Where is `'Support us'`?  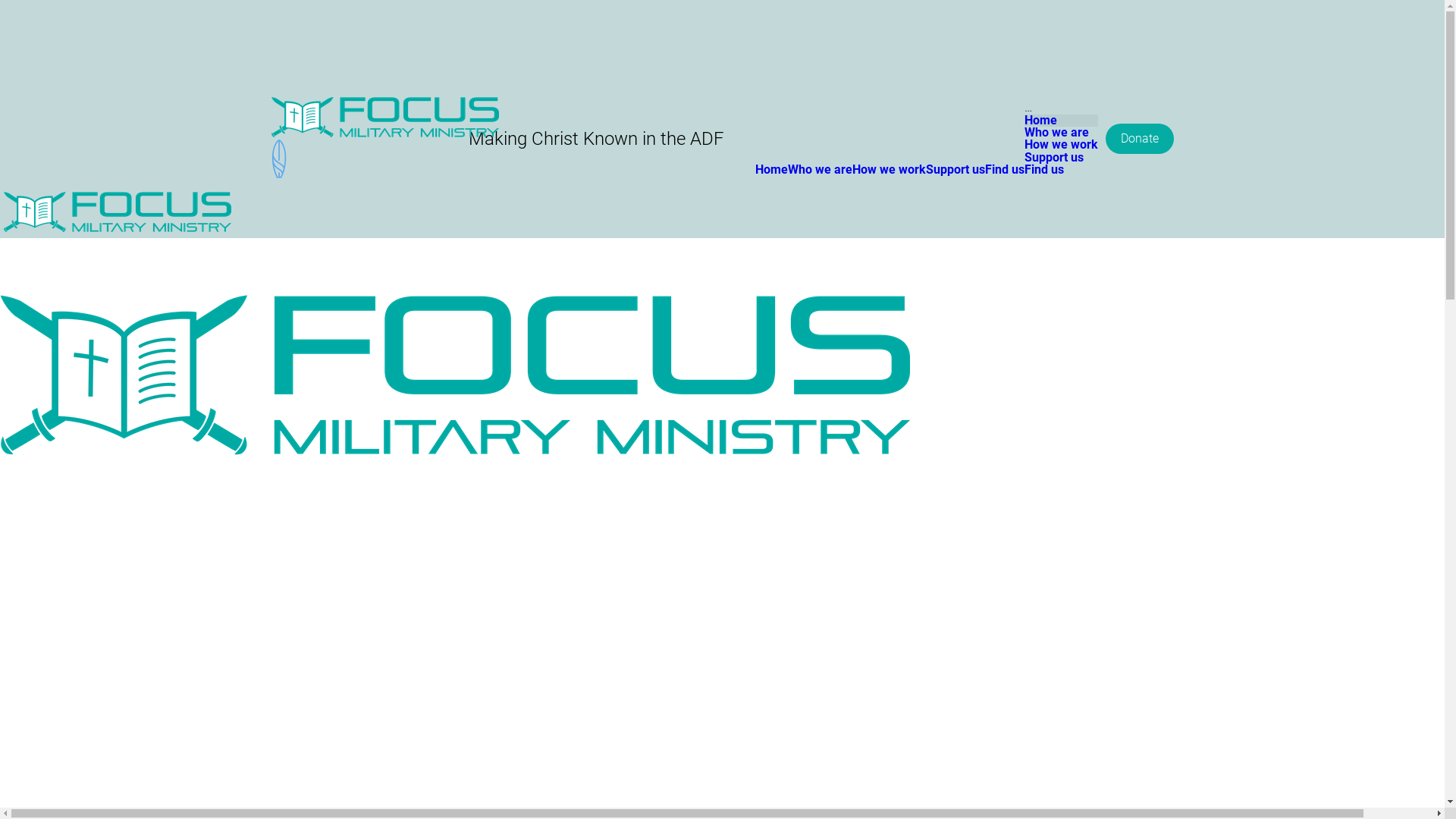 'Support us' is located at coordinates (1023, 157).